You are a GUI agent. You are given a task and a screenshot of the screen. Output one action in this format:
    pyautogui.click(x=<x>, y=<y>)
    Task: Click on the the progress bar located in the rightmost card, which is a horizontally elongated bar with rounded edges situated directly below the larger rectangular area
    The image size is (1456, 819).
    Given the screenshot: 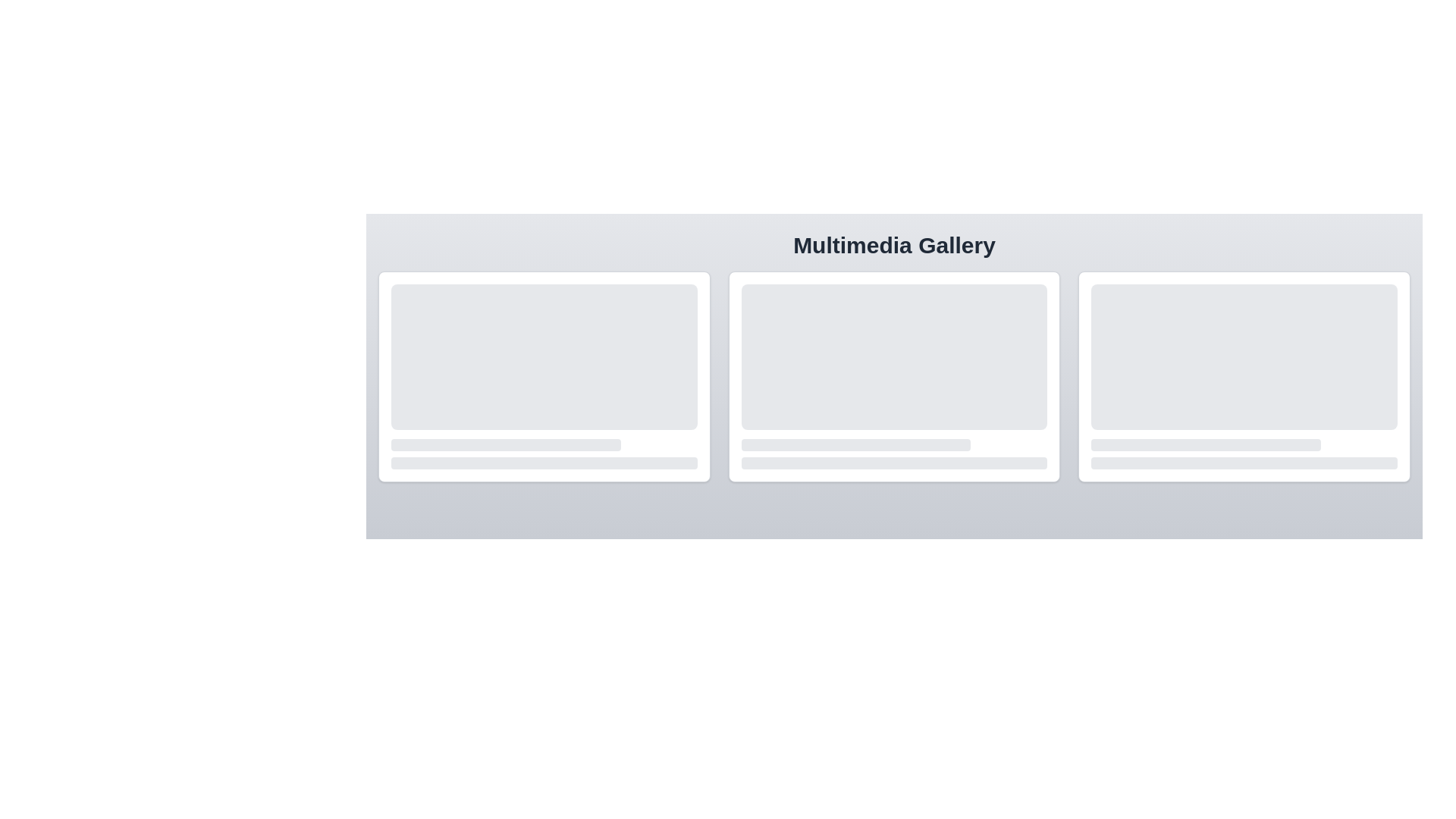 What is the action you would take?
    pyautogui.click(x=1244, y=444)
    